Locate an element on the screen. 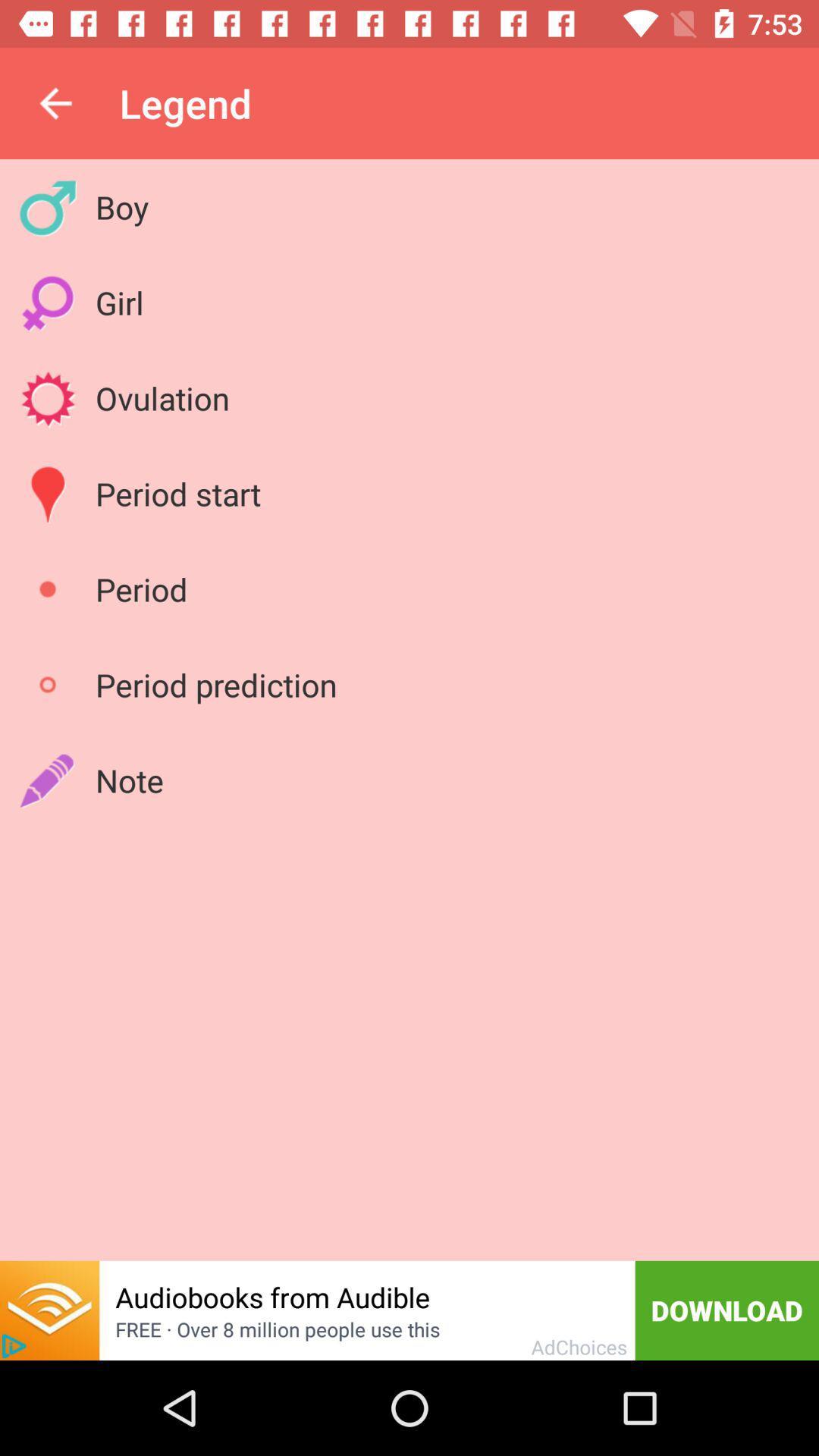  advertisement is located at coordinates (14, 1346).